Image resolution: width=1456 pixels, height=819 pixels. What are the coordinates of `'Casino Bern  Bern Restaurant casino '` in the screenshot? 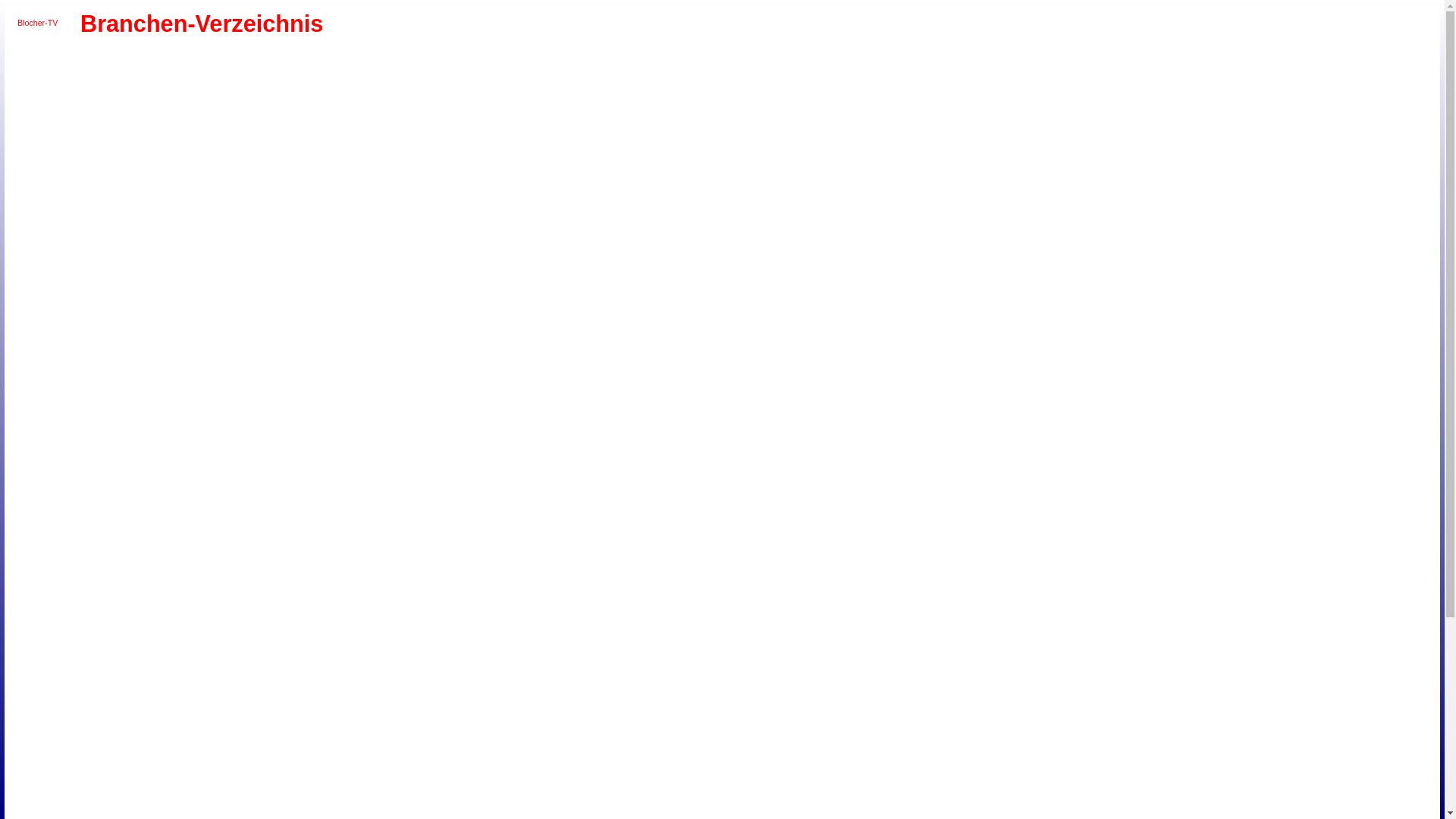 It's located at (210, 96).